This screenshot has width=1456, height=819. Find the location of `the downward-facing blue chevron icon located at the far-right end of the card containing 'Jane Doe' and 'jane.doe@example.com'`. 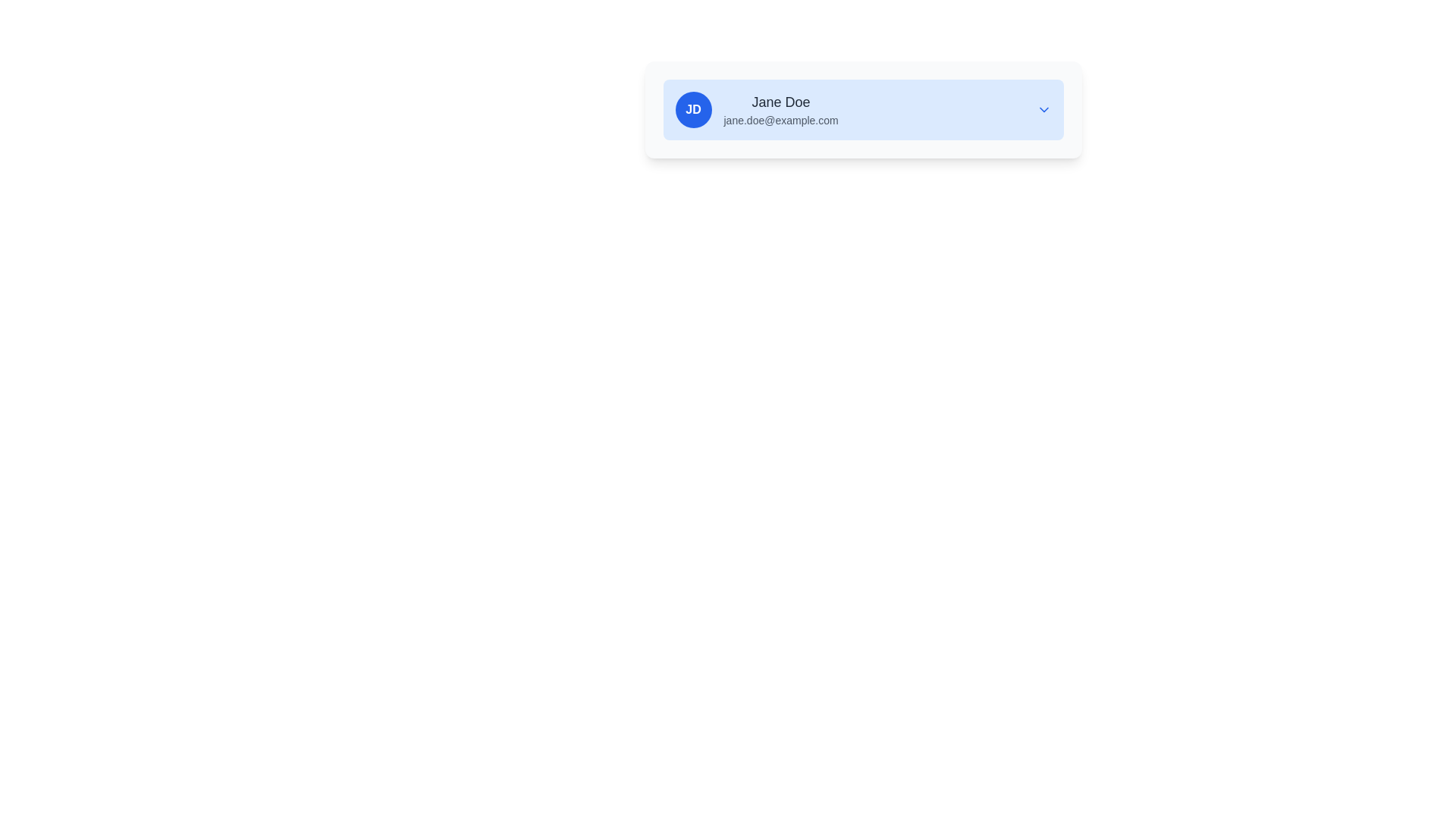

the downward-facing blue chevron icon located at the far-right end of the card containing 'Jane Doe' and 'jane.doe@example.com' is located at coordinates (1043, 109).